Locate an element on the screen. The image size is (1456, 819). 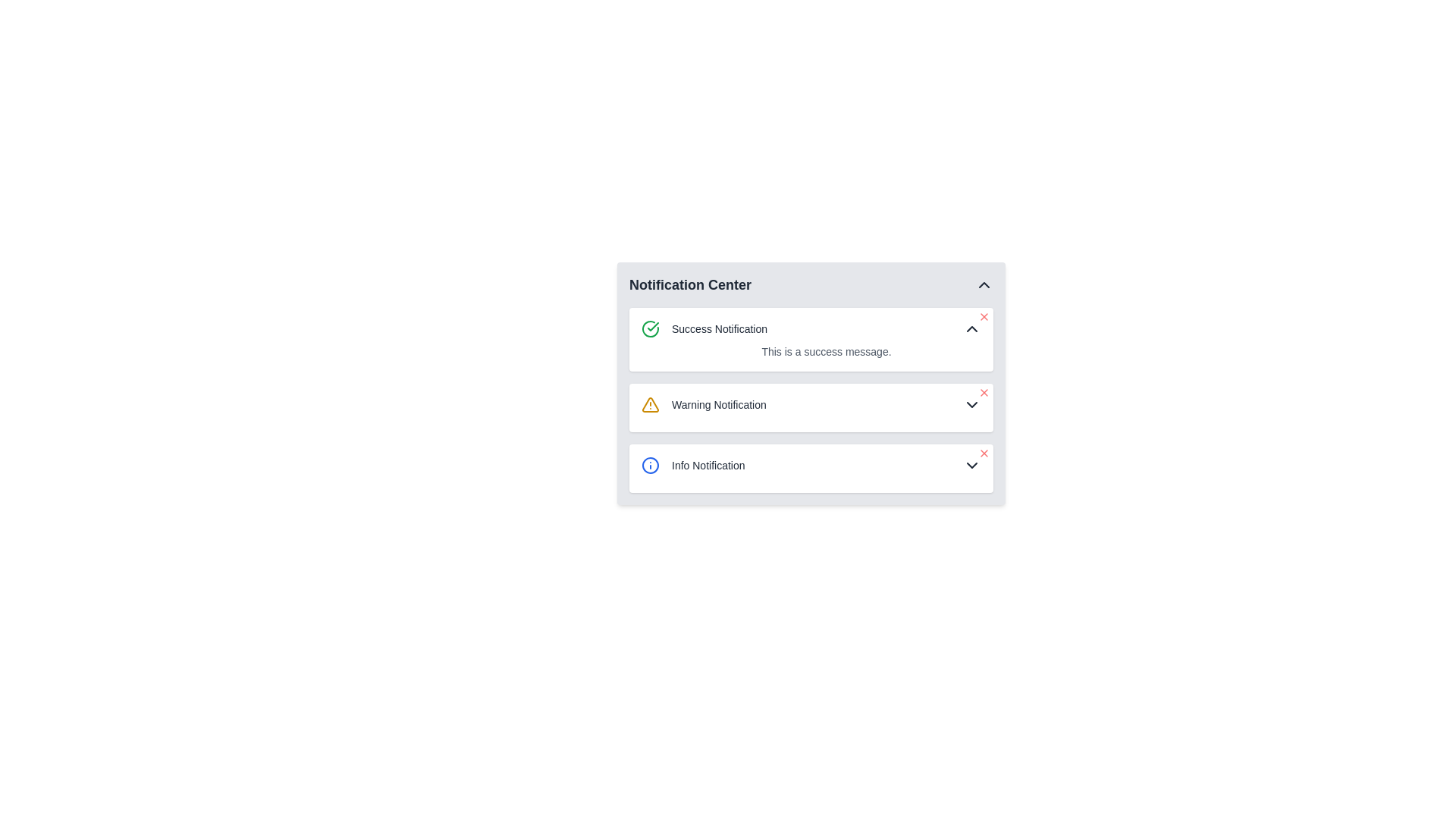
the downward arrow of the warning notification item is located at coordinates (825, 403).